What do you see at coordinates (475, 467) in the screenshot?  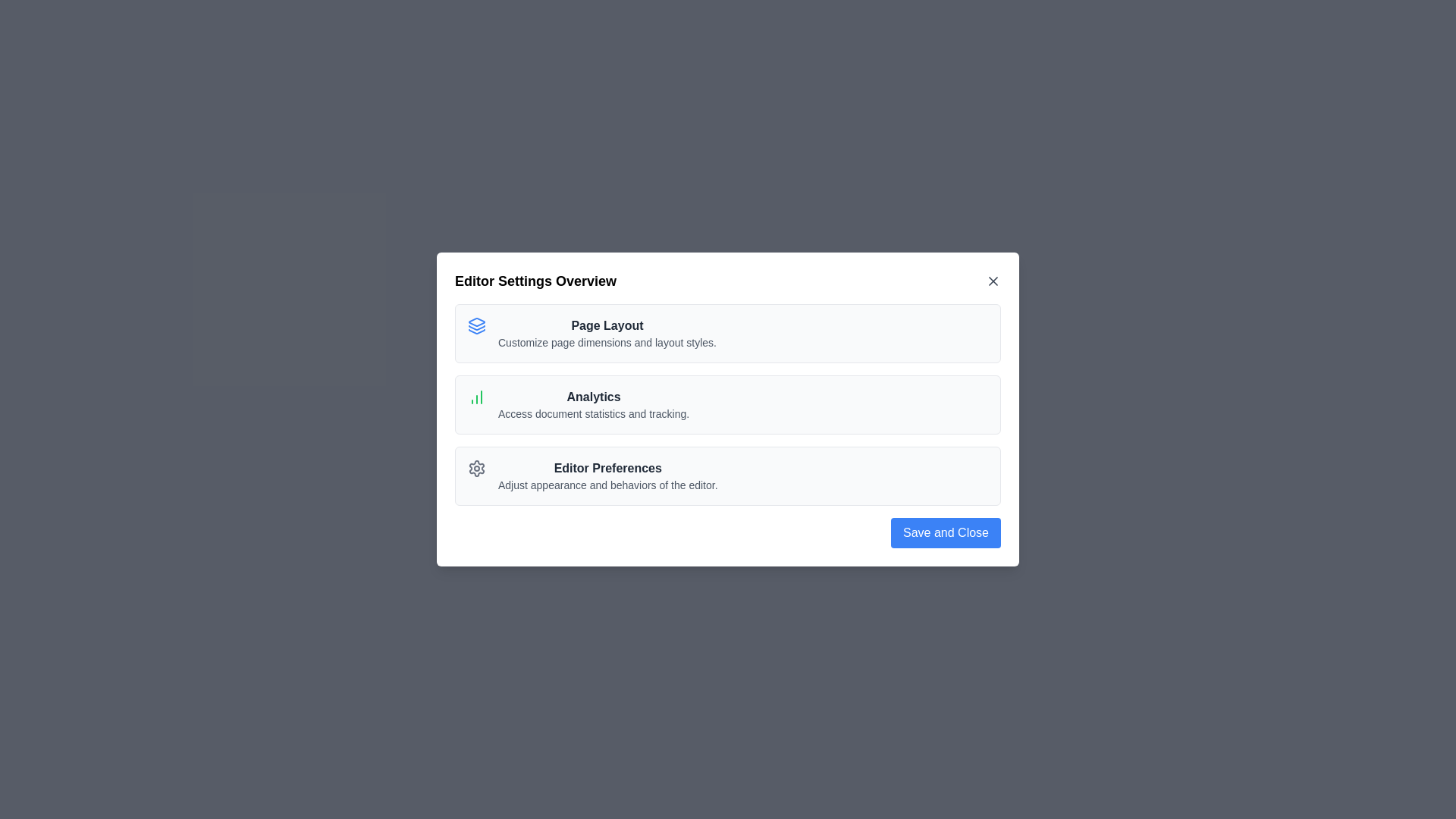 I see `the icon corresponding to Editor Preferences` at bounding box center [475, 467].